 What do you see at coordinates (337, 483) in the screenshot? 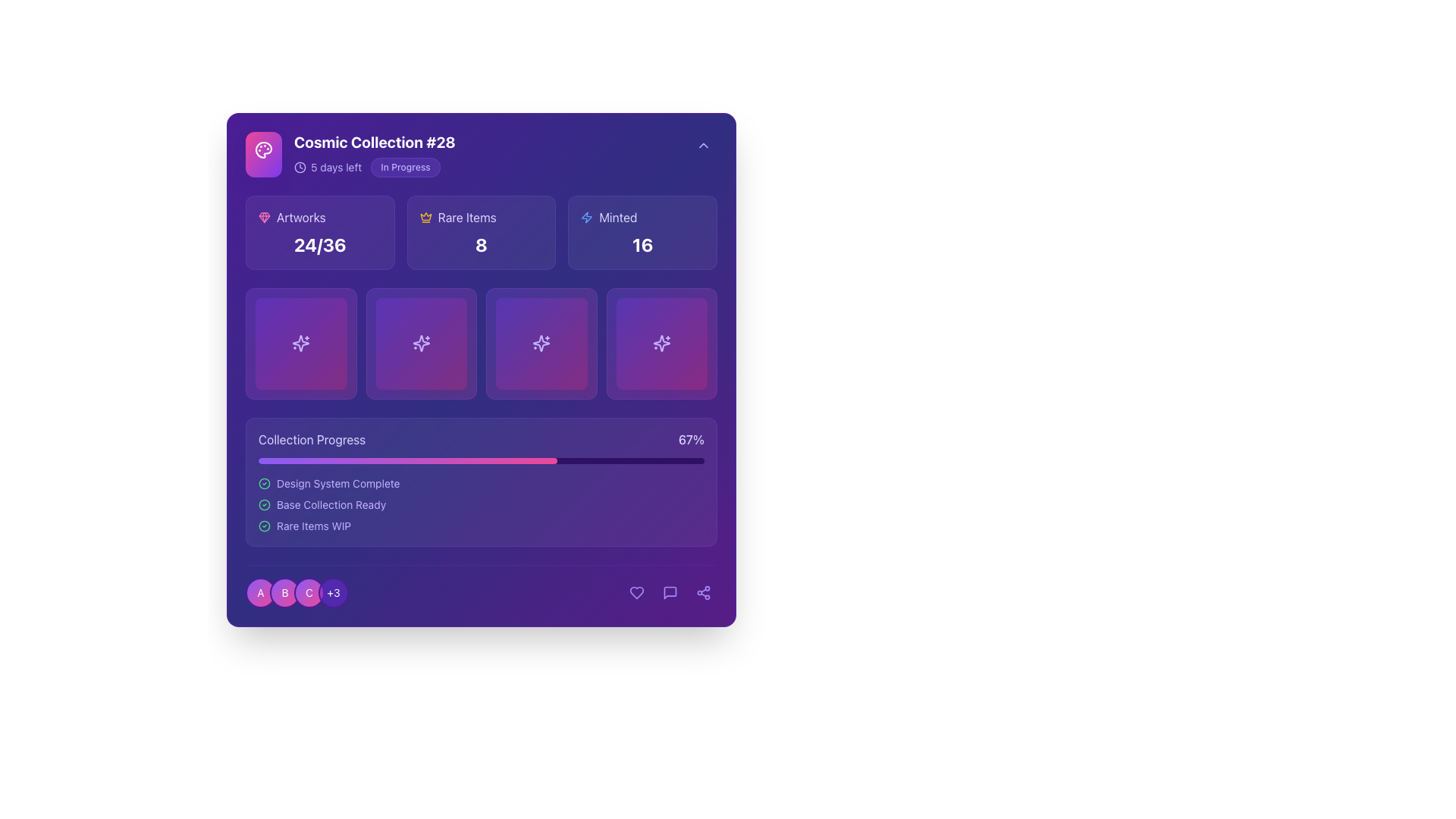
I see `the 'Design System Complete' text label in the 'Collection Progress' section, which indicates the completion status of a specific task` at bounding box center [337, 483].